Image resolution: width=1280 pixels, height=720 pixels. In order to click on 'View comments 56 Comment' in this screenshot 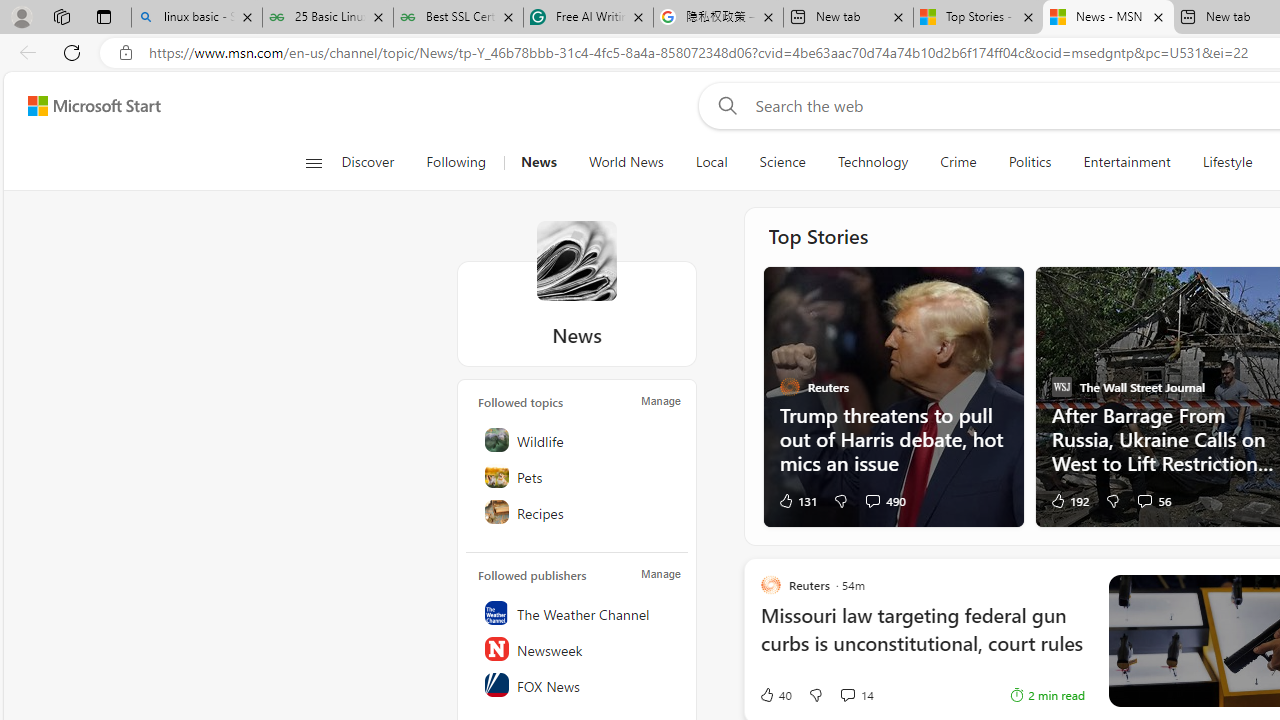, I will do `click(1153, 499)`.